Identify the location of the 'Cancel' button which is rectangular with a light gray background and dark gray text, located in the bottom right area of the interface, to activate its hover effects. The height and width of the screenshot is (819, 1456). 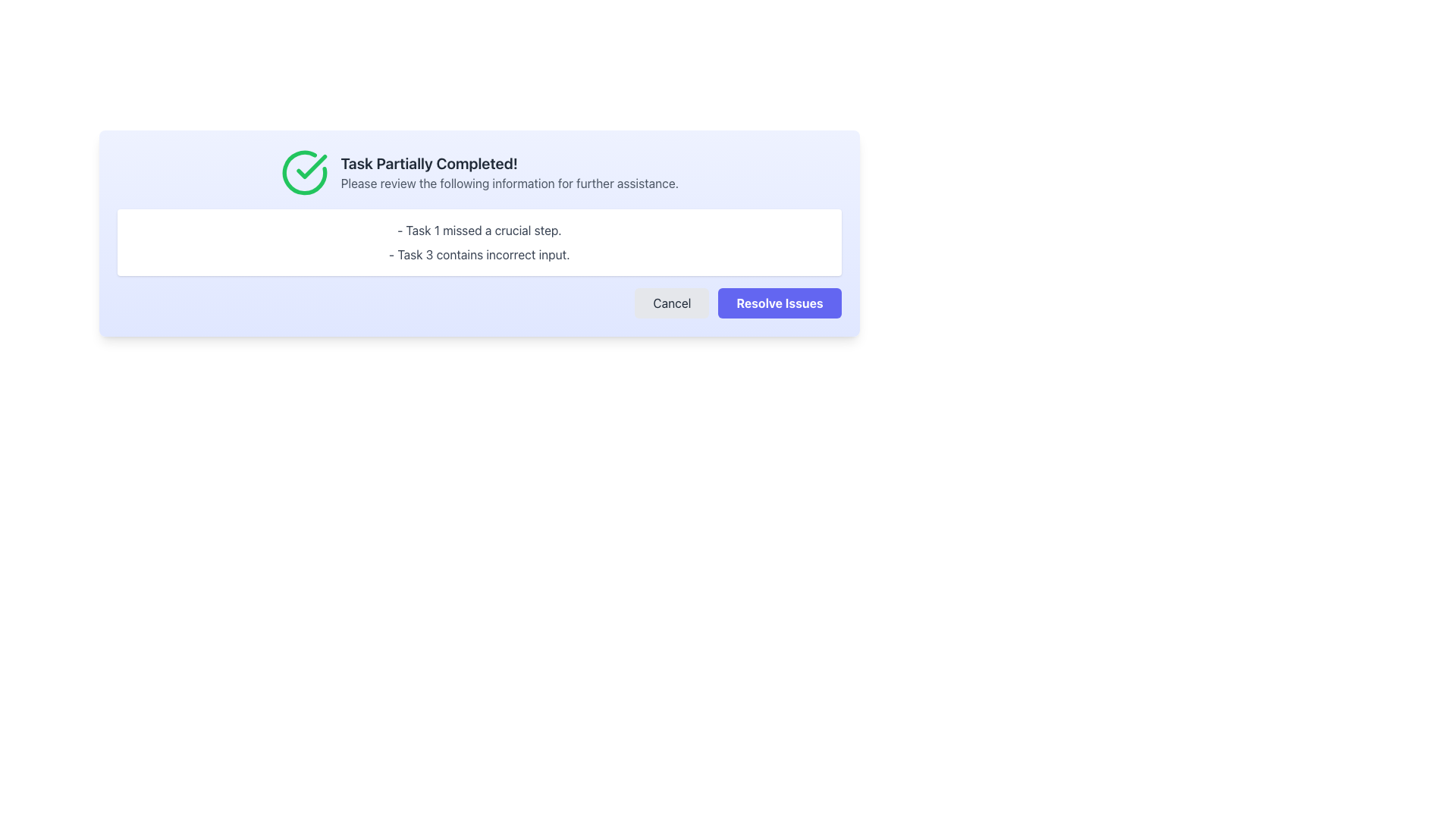
(671, 303).